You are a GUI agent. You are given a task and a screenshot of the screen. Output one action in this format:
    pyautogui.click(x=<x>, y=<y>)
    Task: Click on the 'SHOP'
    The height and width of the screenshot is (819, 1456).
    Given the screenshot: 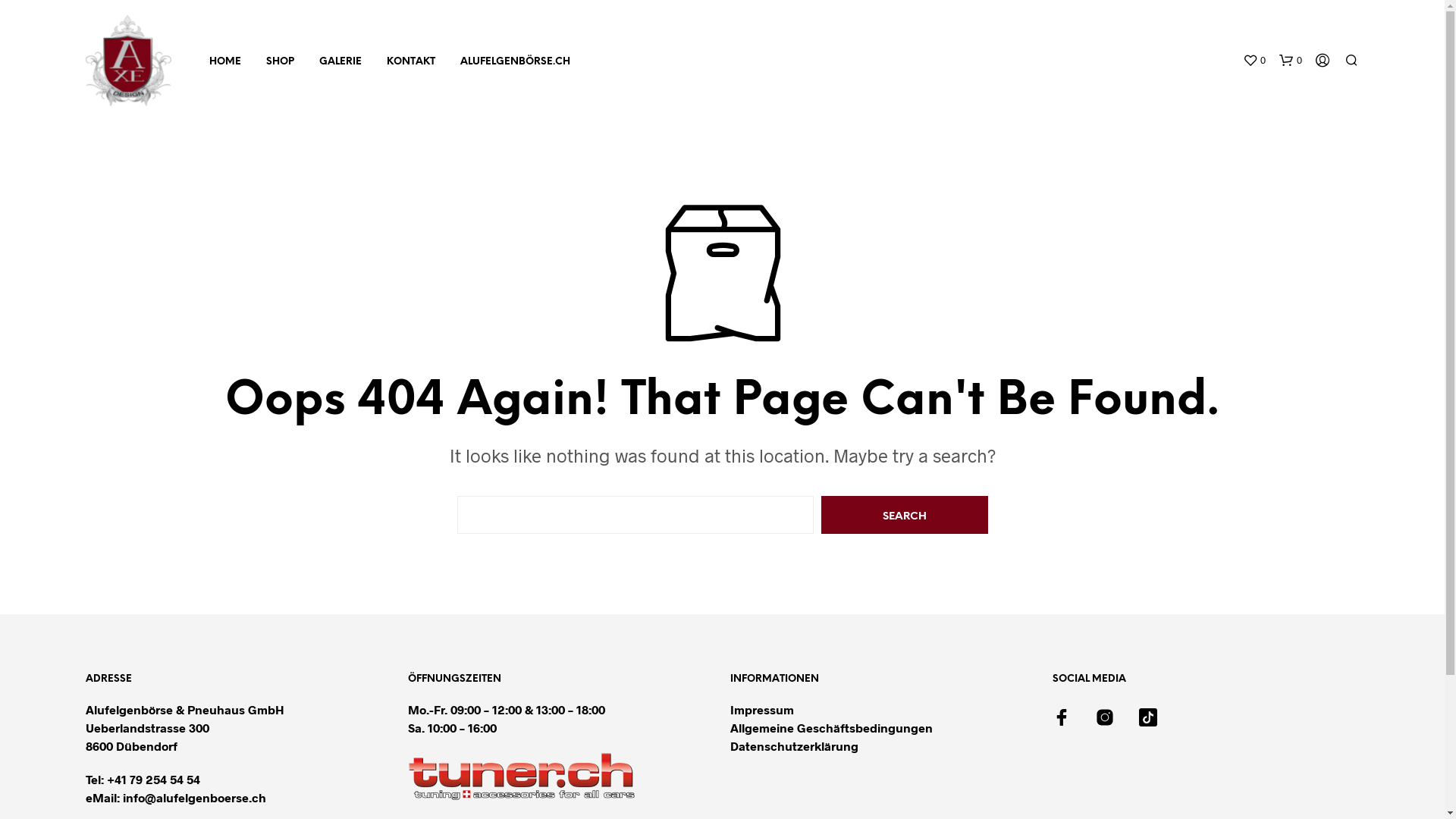 What is the action you would take?
    pyautogui.click(x=280, y=61)
    